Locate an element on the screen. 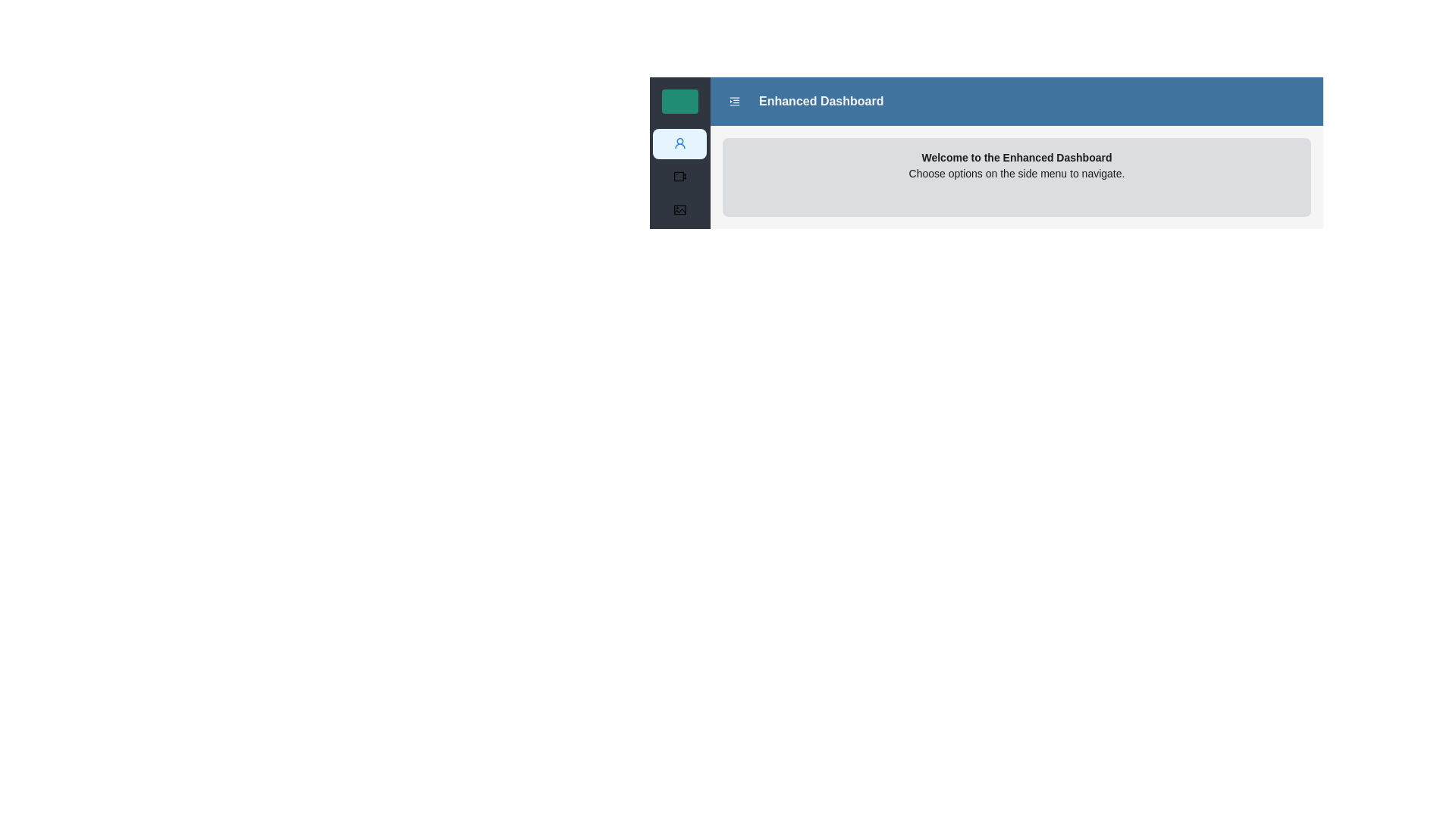  the second menu item in the vertical left-aligned sidebar menu is located at coordinates (679, 177).